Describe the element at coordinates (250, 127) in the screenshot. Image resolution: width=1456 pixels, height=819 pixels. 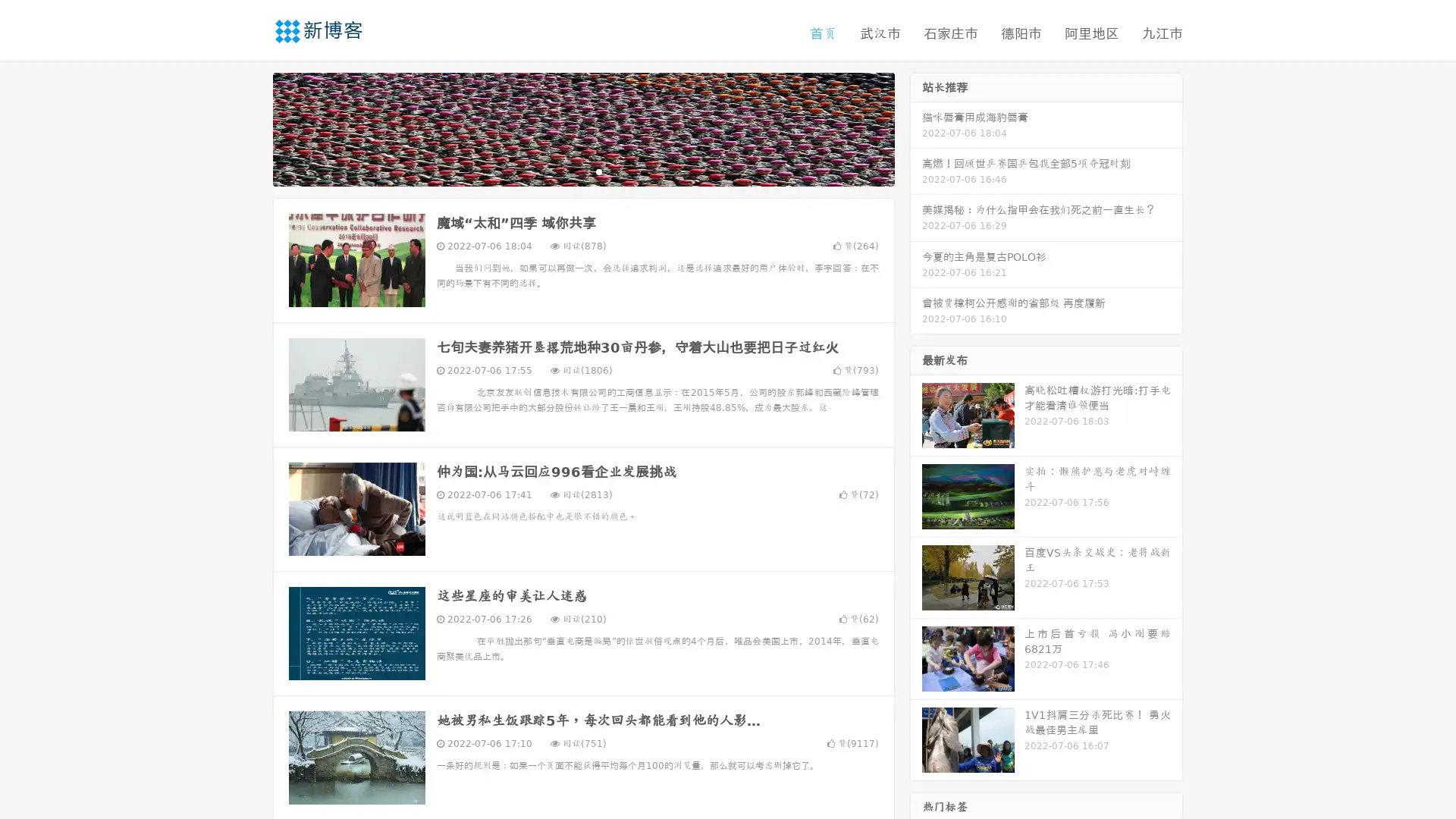
I see `Previous slide` at that location.